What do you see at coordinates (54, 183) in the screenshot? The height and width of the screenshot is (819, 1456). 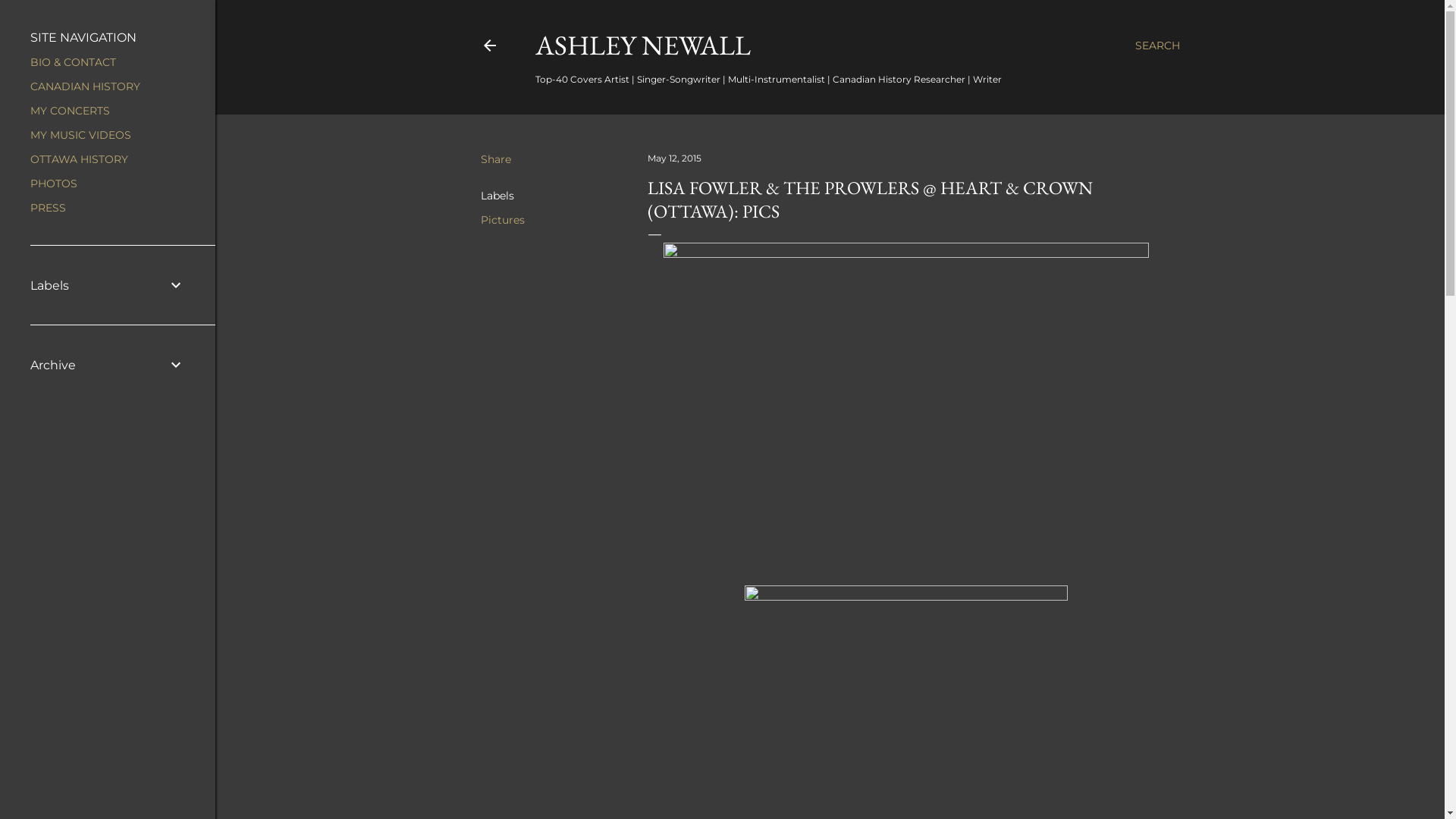 I see `'PHOTOS'` at bounding box center [54, 183].